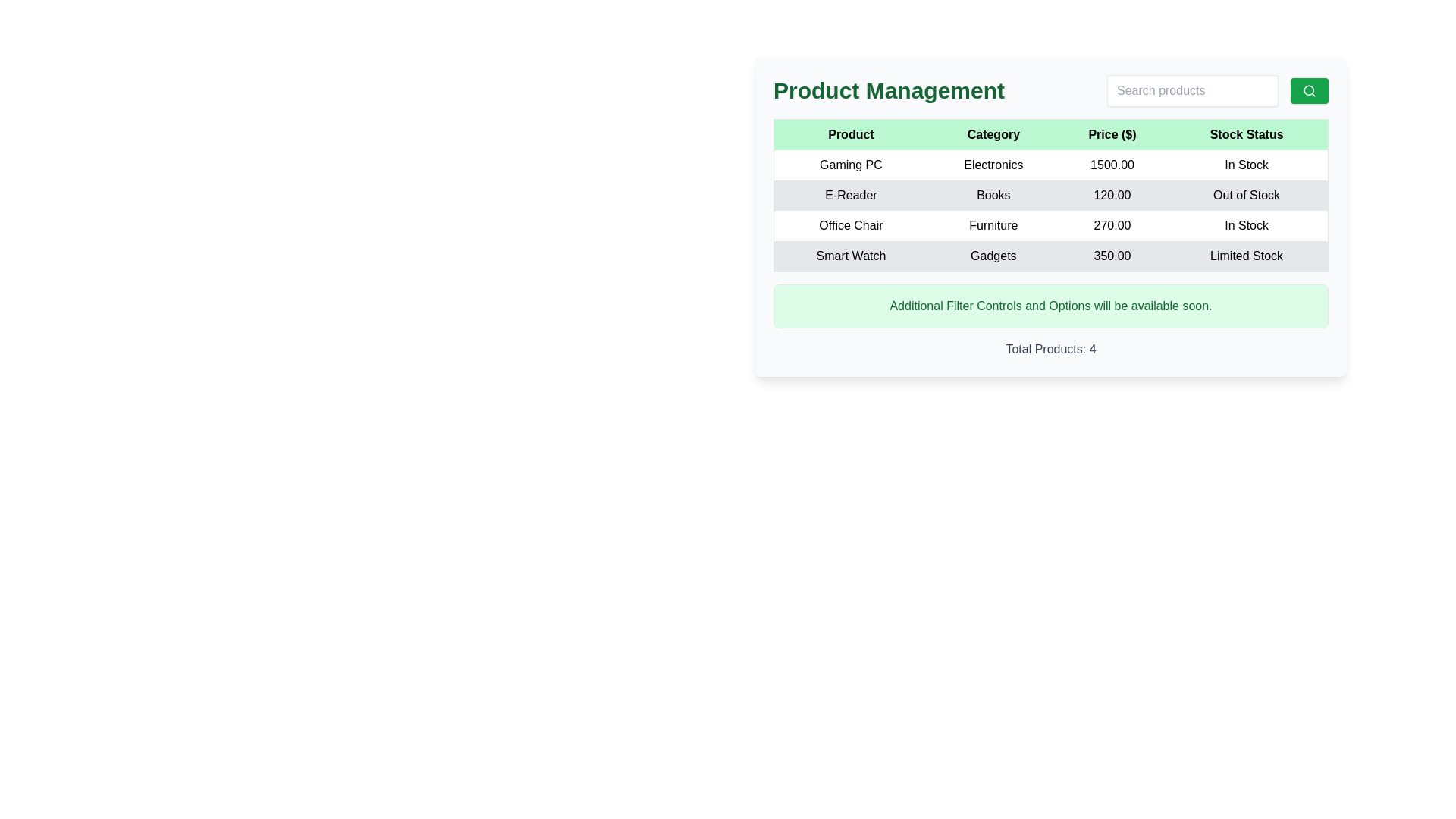 This screenshot has width=1456, height=819. What do you see at coordinates (1112, 225) in the screenshot?
I see `displayed price information for the 'Office Chair' product from the text label in the third column of the table` at bounding box center [1112, 225].